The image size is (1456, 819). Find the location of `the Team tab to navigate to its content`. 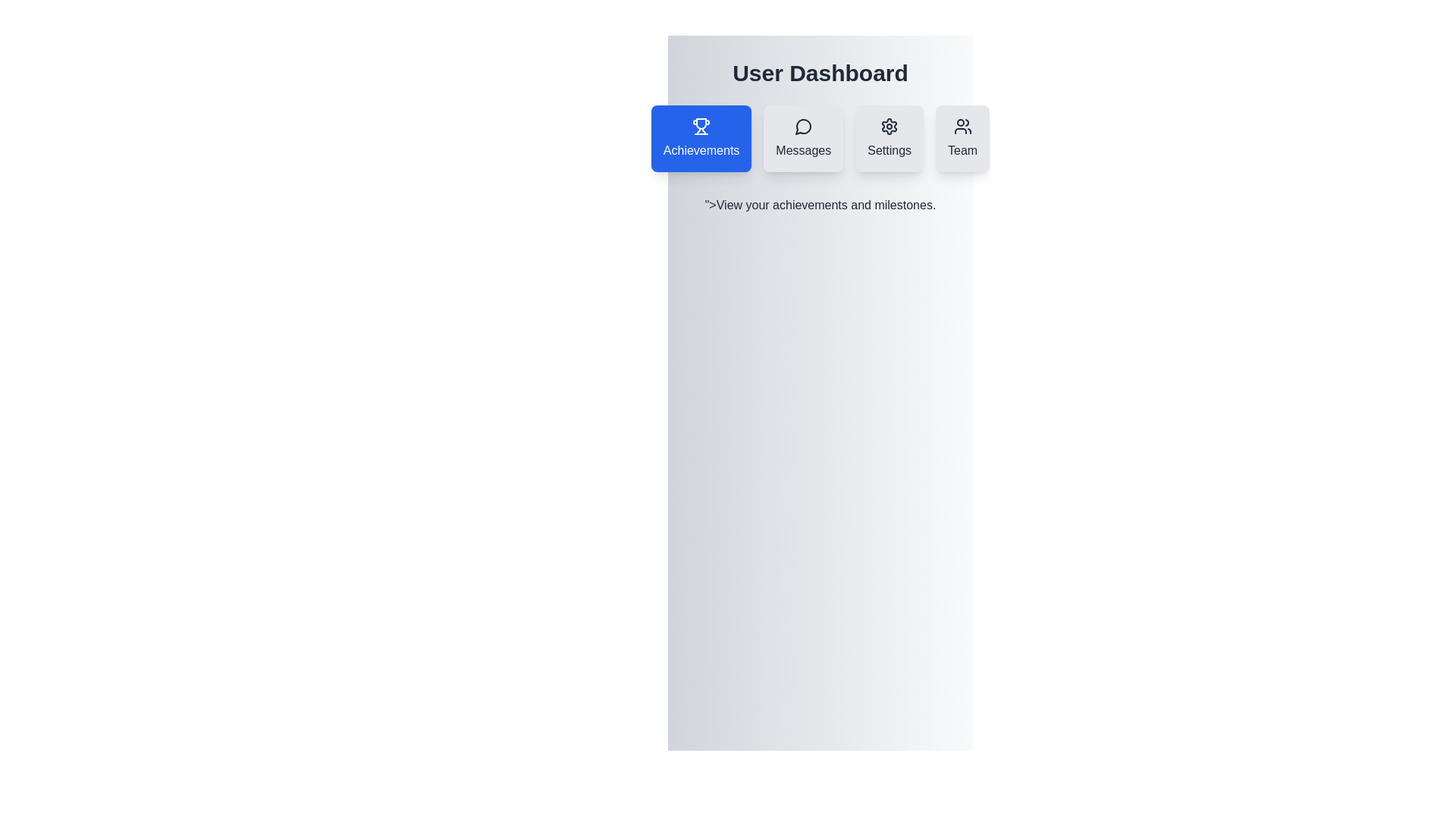

the Team tab to navigate to its content is located at coordinates (961, 138).